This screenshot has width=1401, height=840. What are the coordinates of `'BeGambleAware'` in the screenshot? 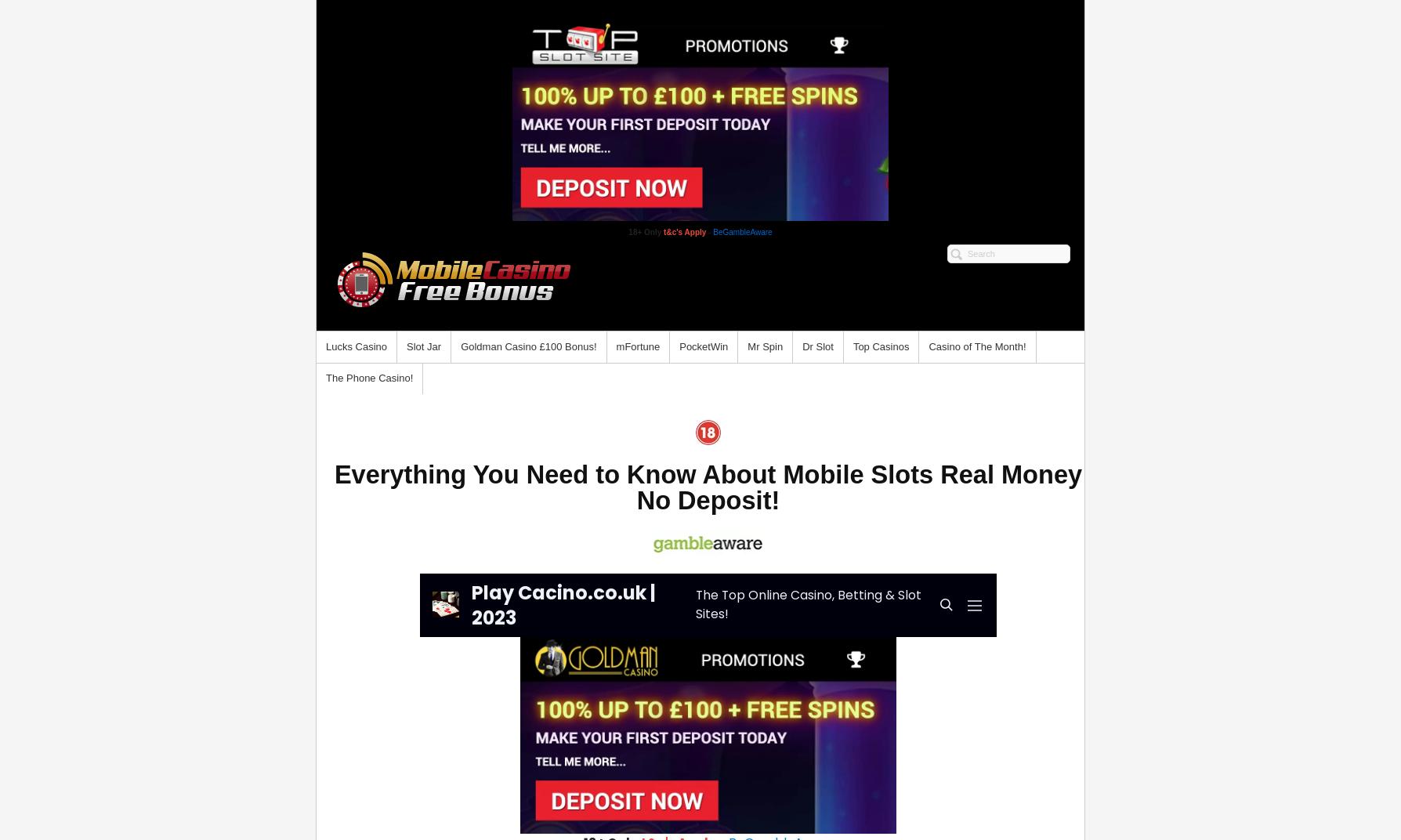 It's located at (712, 231).